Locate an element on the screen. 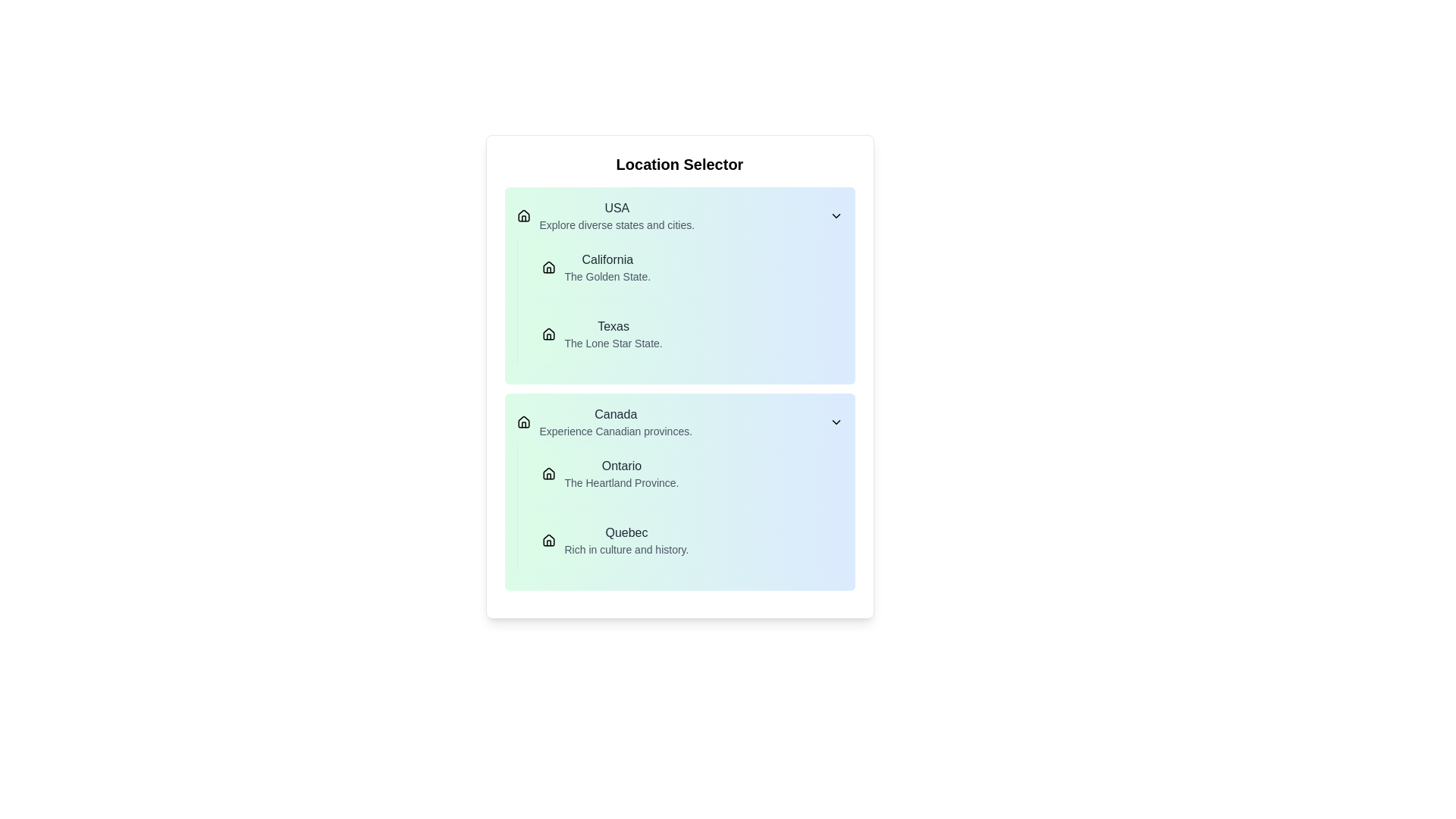 The height and width of the screenshot is (819, 1456). the text label displaying 'Quebec' which is located above the descriptive text 'Rich in culture and history.' in the 'Canada' section is located at coordinates (626, 532).